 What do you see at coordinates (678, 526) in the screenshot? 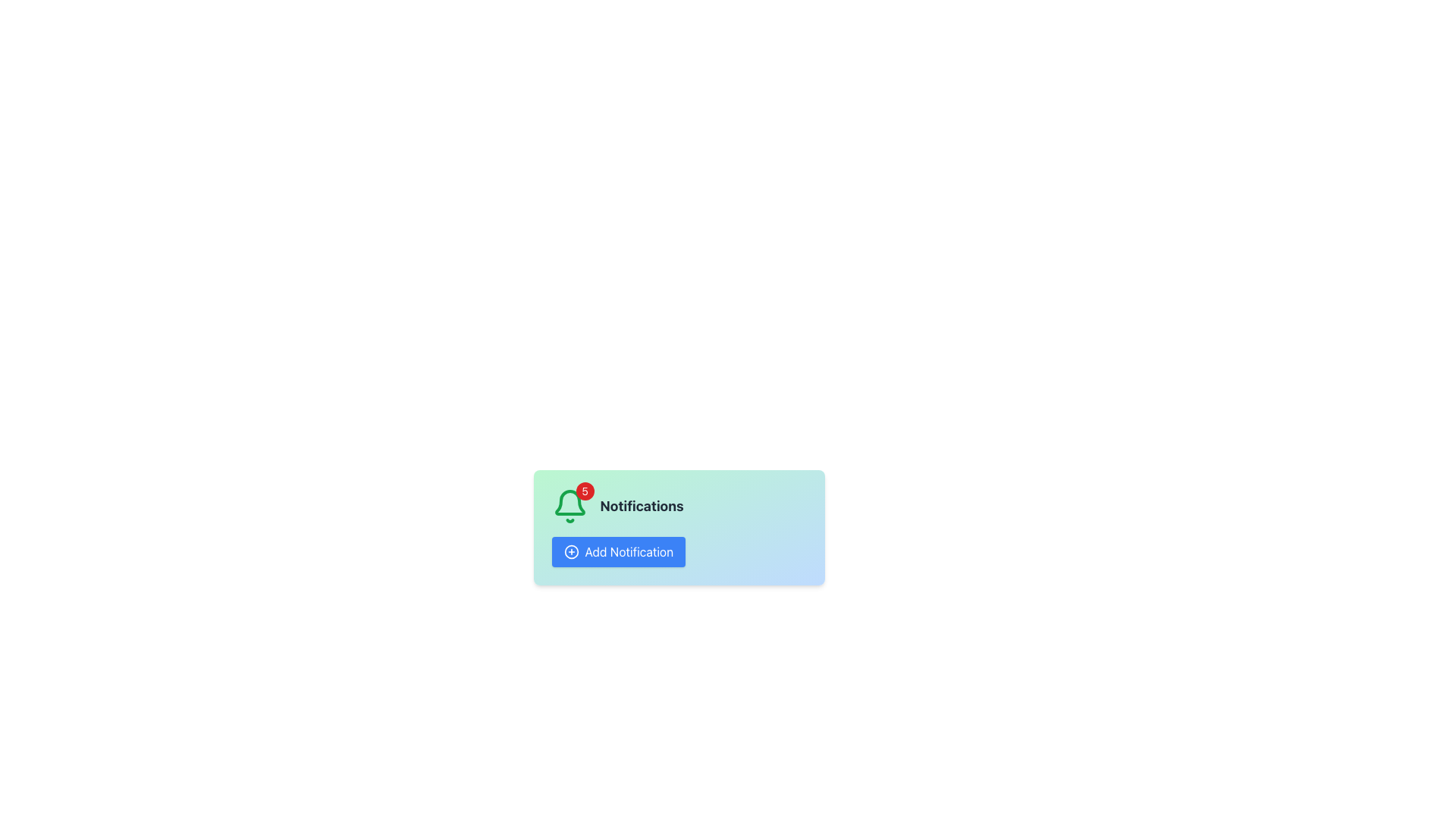
I see `the notification dashboard element that summarizes notifications and includes a button to add a new notification` at bounding box center [678, 526].